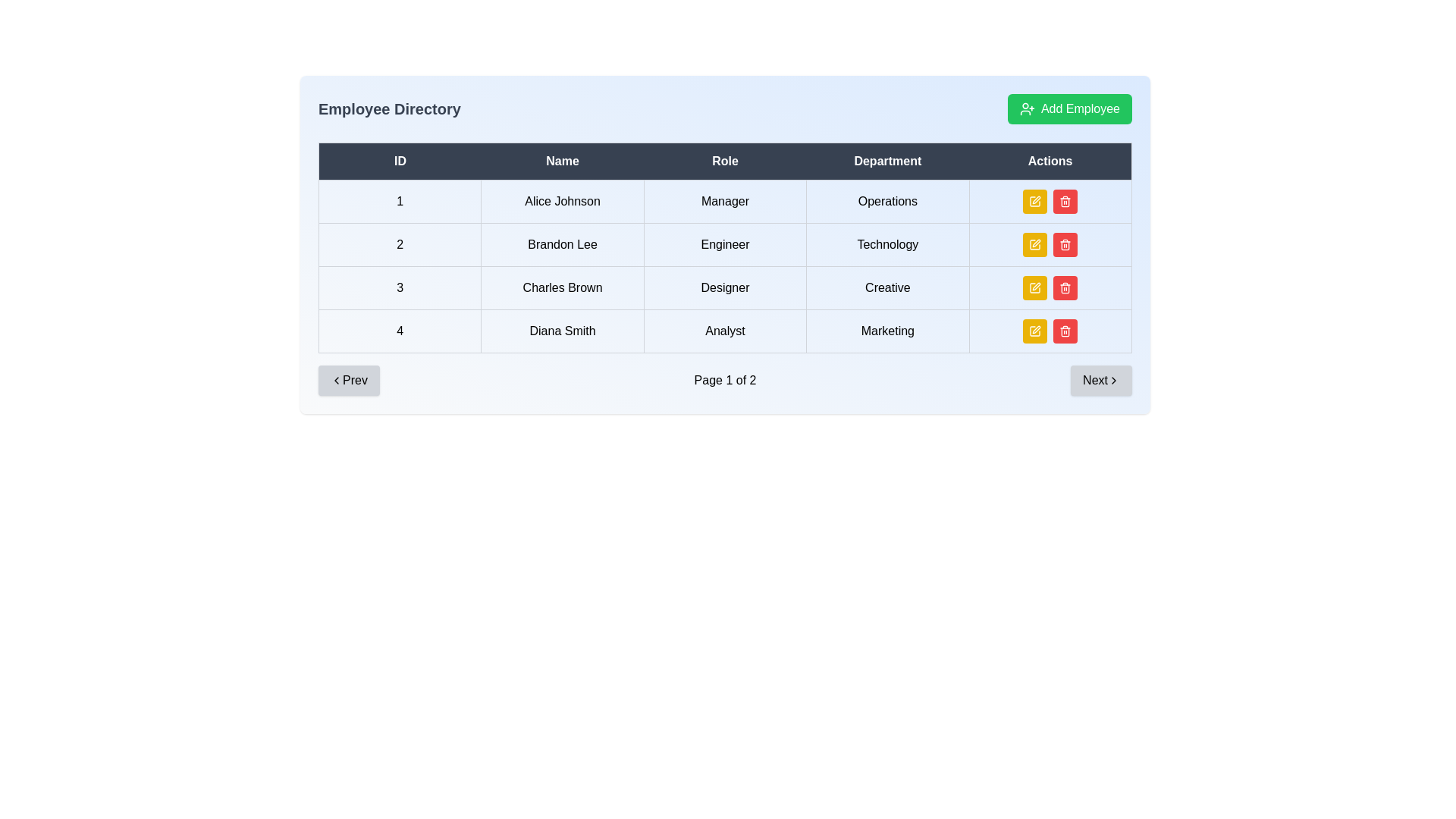 The height and width of the screenshot is (819, 1456). I want to click on the static text display field labeled 'Designer' in the 'Role' column for 'Charles Brown' located in the third row of the table, so click(724, 288).